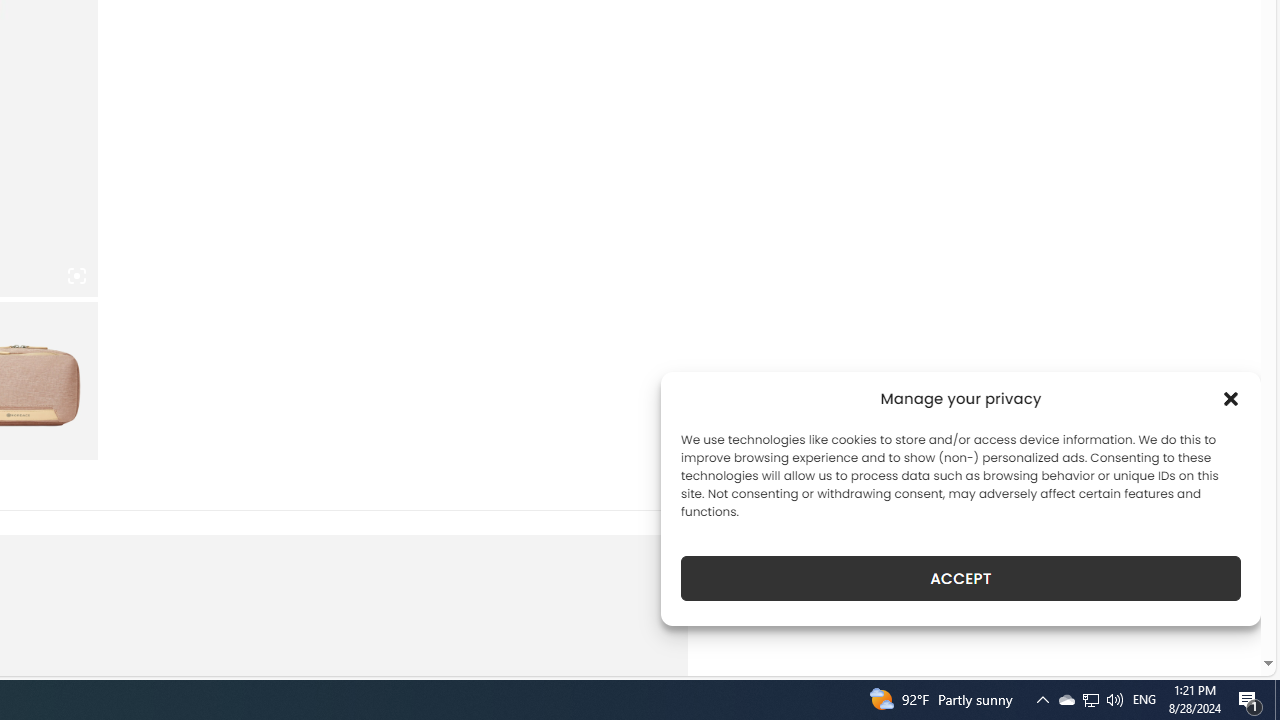 This screenshot has width=1280, height=720. Describe the element at coordinates (1230, 398) in the screenshot. I see `'Class: cmplz-close'` at that location.